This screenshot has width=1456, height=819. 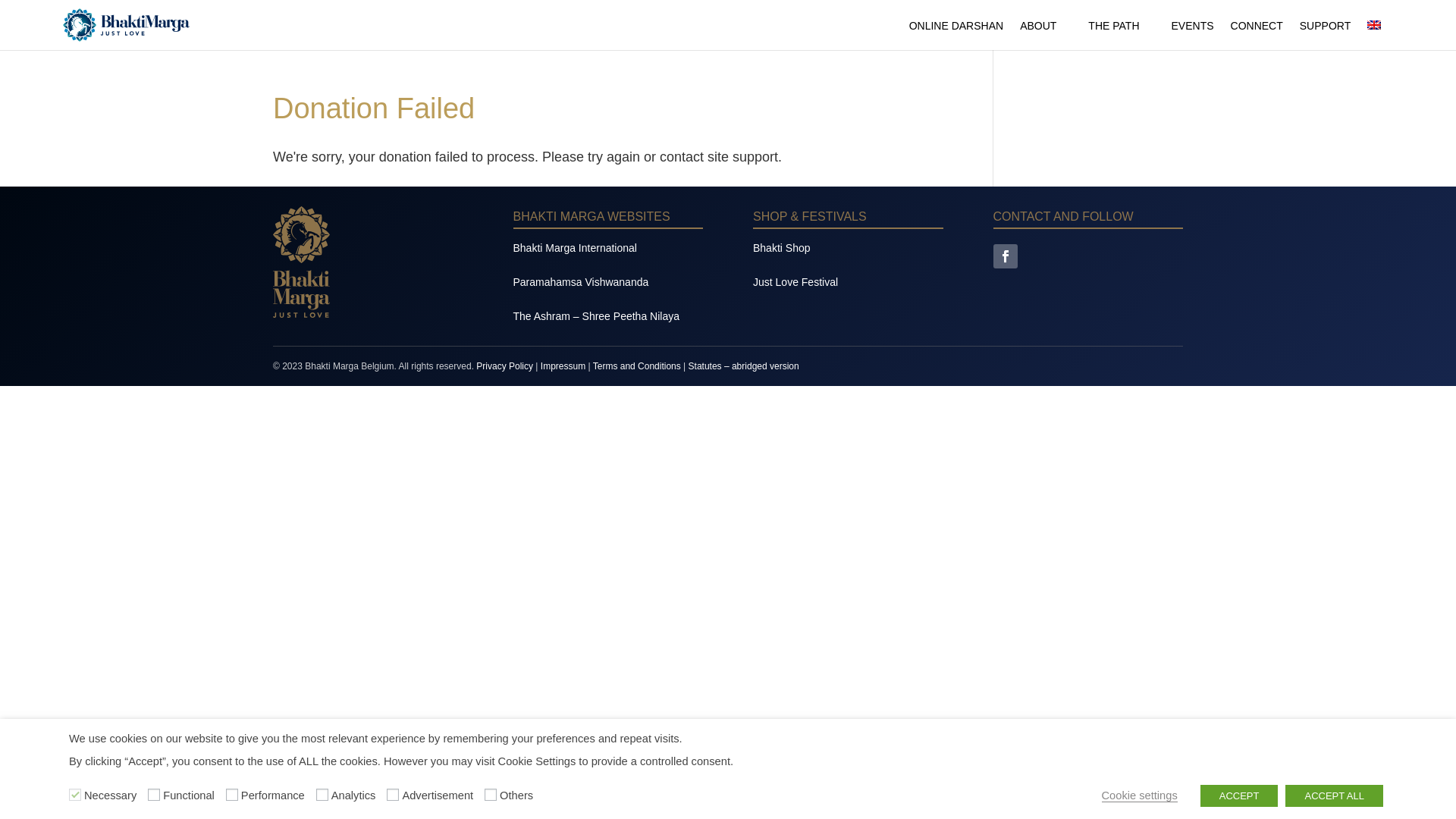 I want to click on 'Impressum', so click(x=562, y=366).